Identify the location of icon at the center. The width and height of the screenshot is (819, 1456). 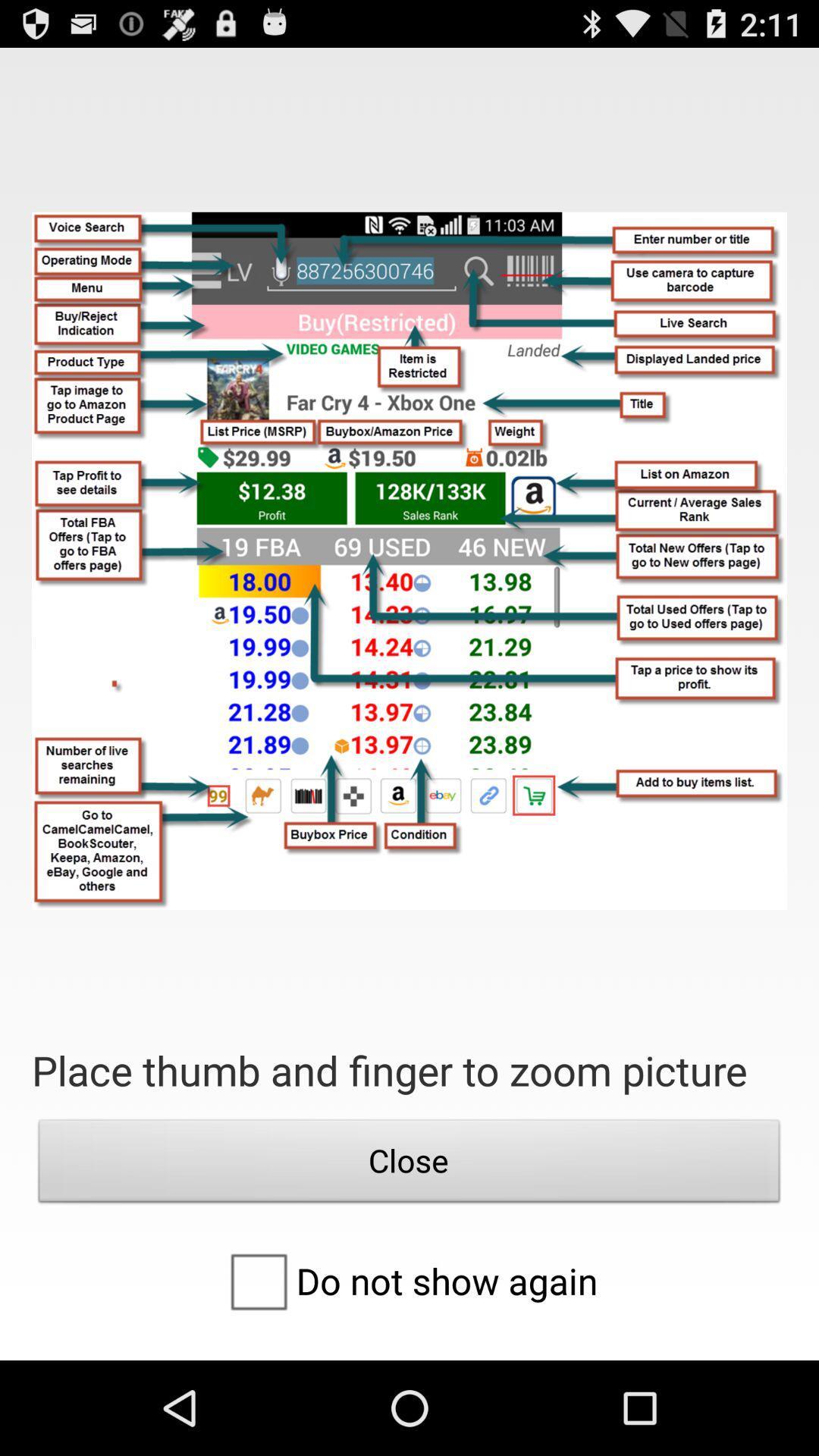
(409, 560).